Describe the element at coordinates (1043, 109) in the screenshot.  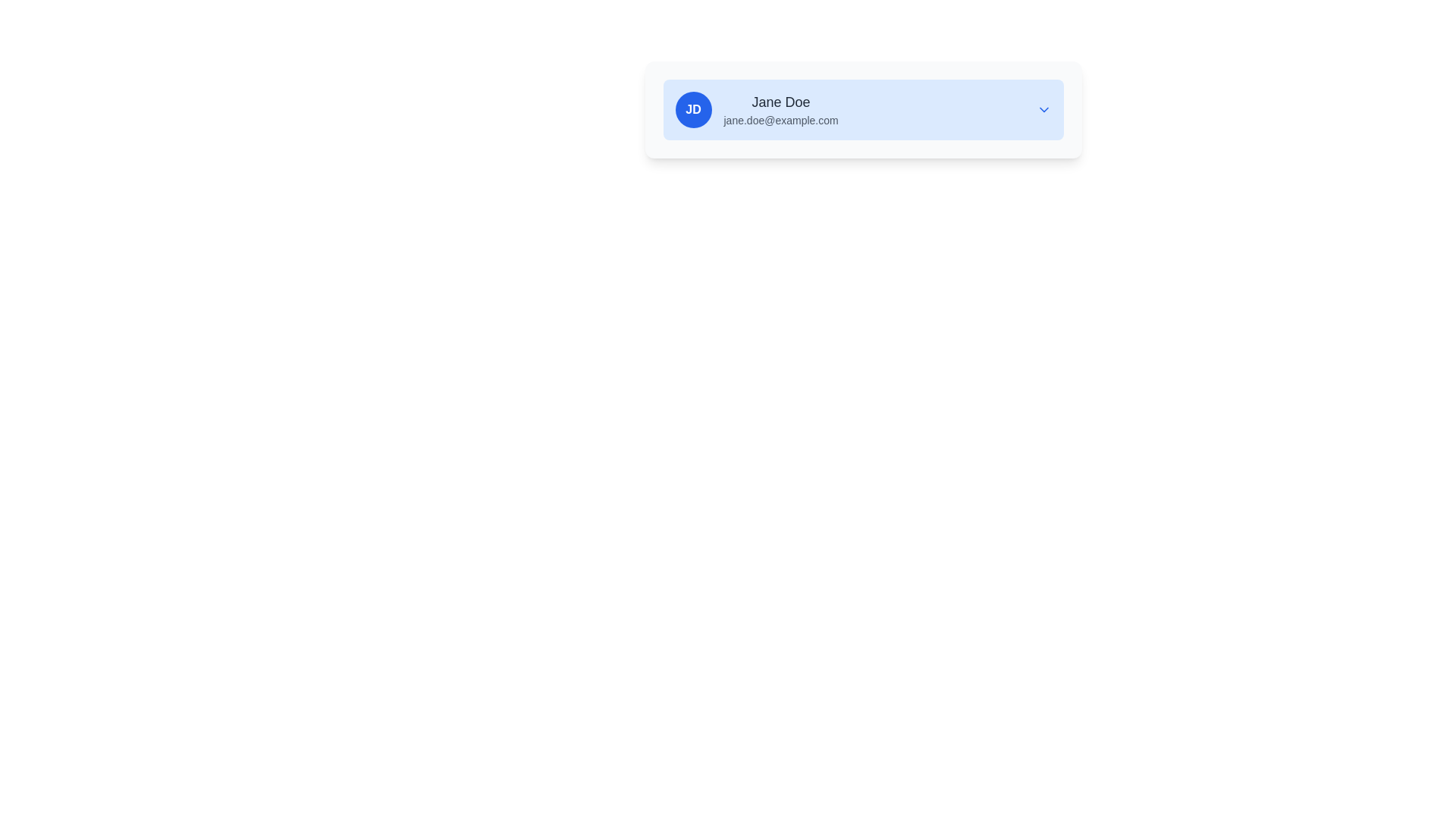
I see `the chevron icon at the far-right end of the card containing 'Jane Doe' and 'jane.doe@example.com'` at that location.